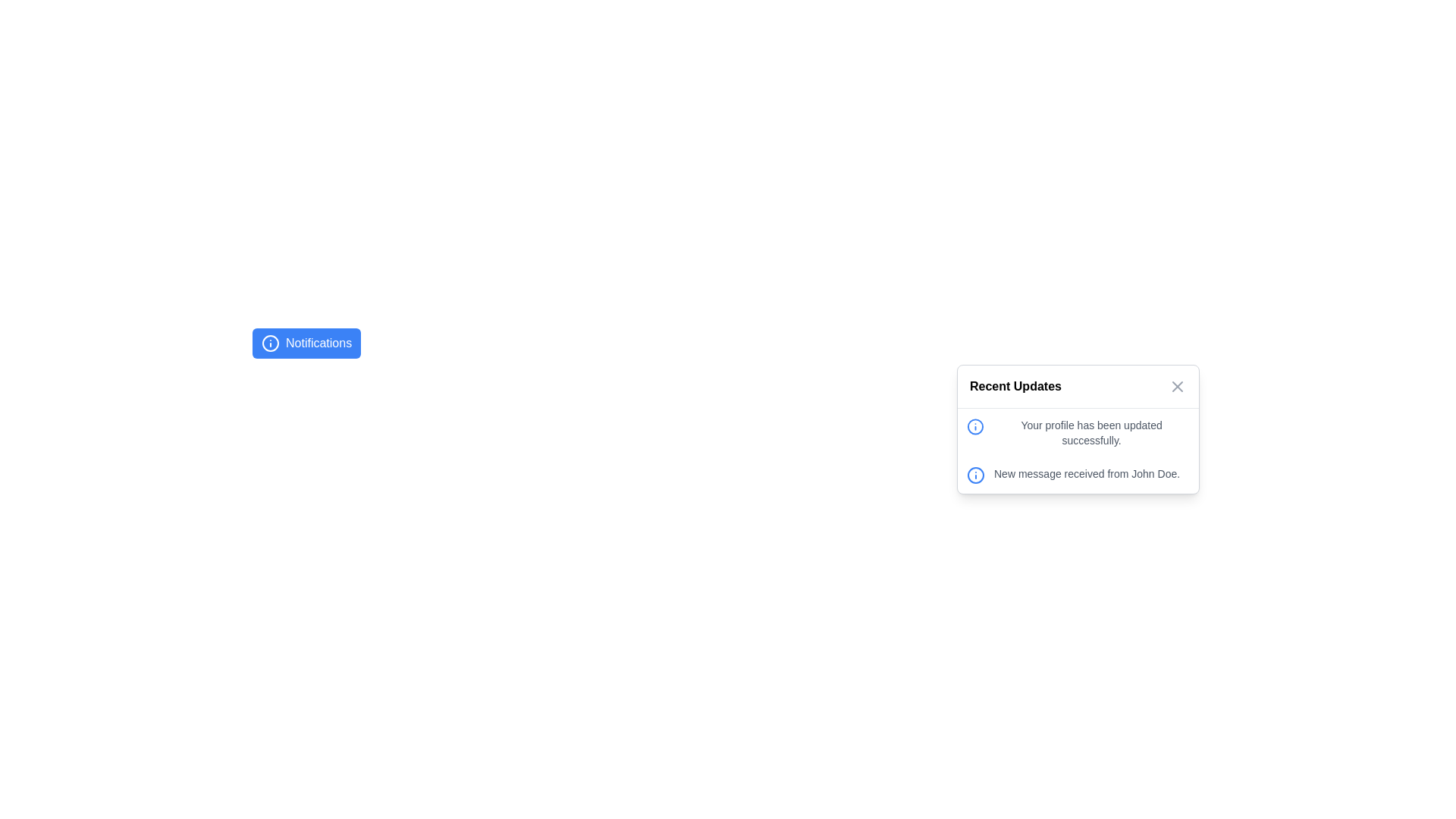  Describe the element at coordinates (1177, 385) in the screenshot. I see `the gray stylized cross ('X') icon button located in the top-right corner of the 'Recent Updates' section to change its color` at that location.